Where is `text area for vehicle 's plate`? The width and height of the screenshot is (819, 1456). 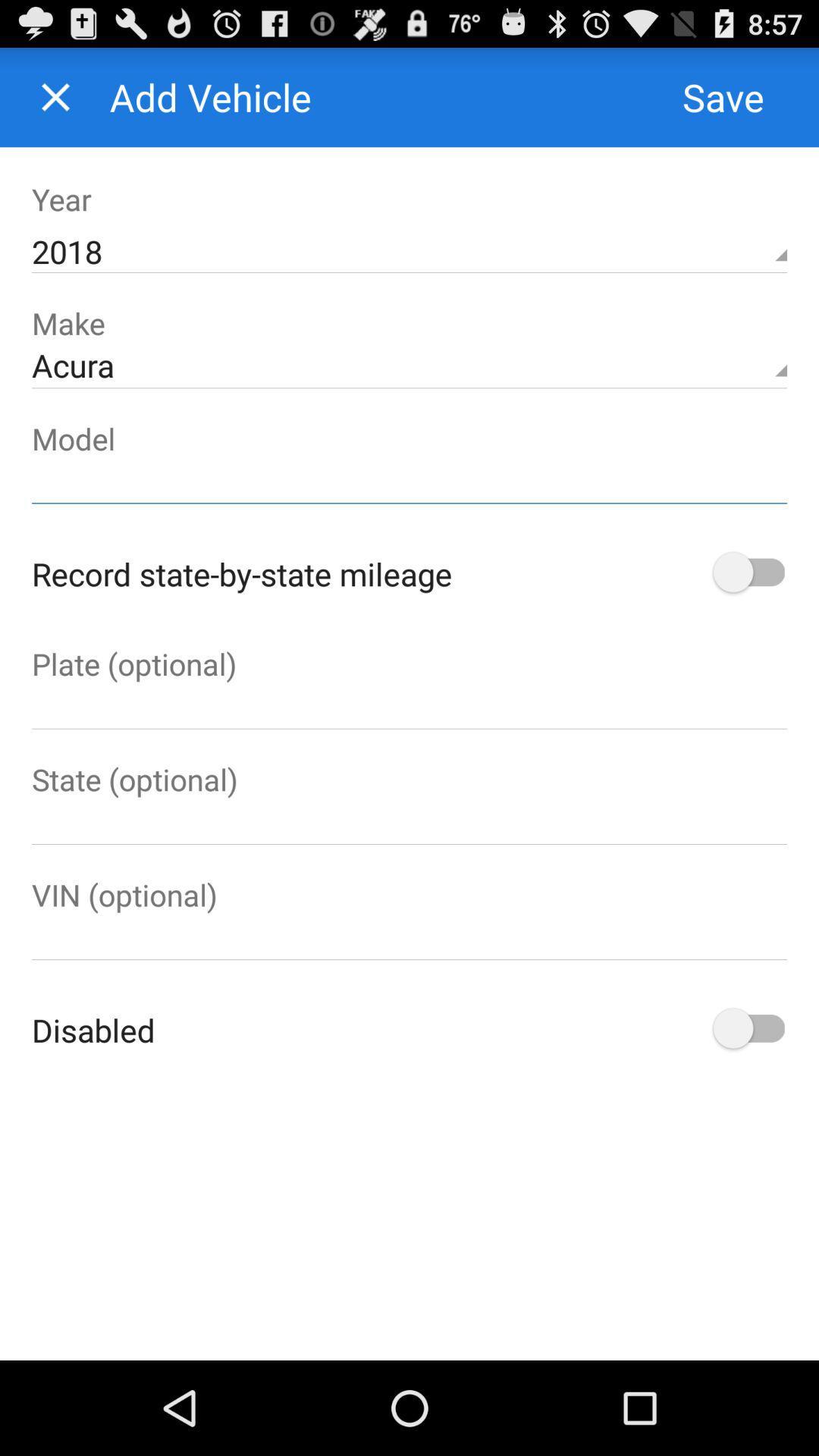 text area for vehicle 's plate is located at coordinates (409, 705).